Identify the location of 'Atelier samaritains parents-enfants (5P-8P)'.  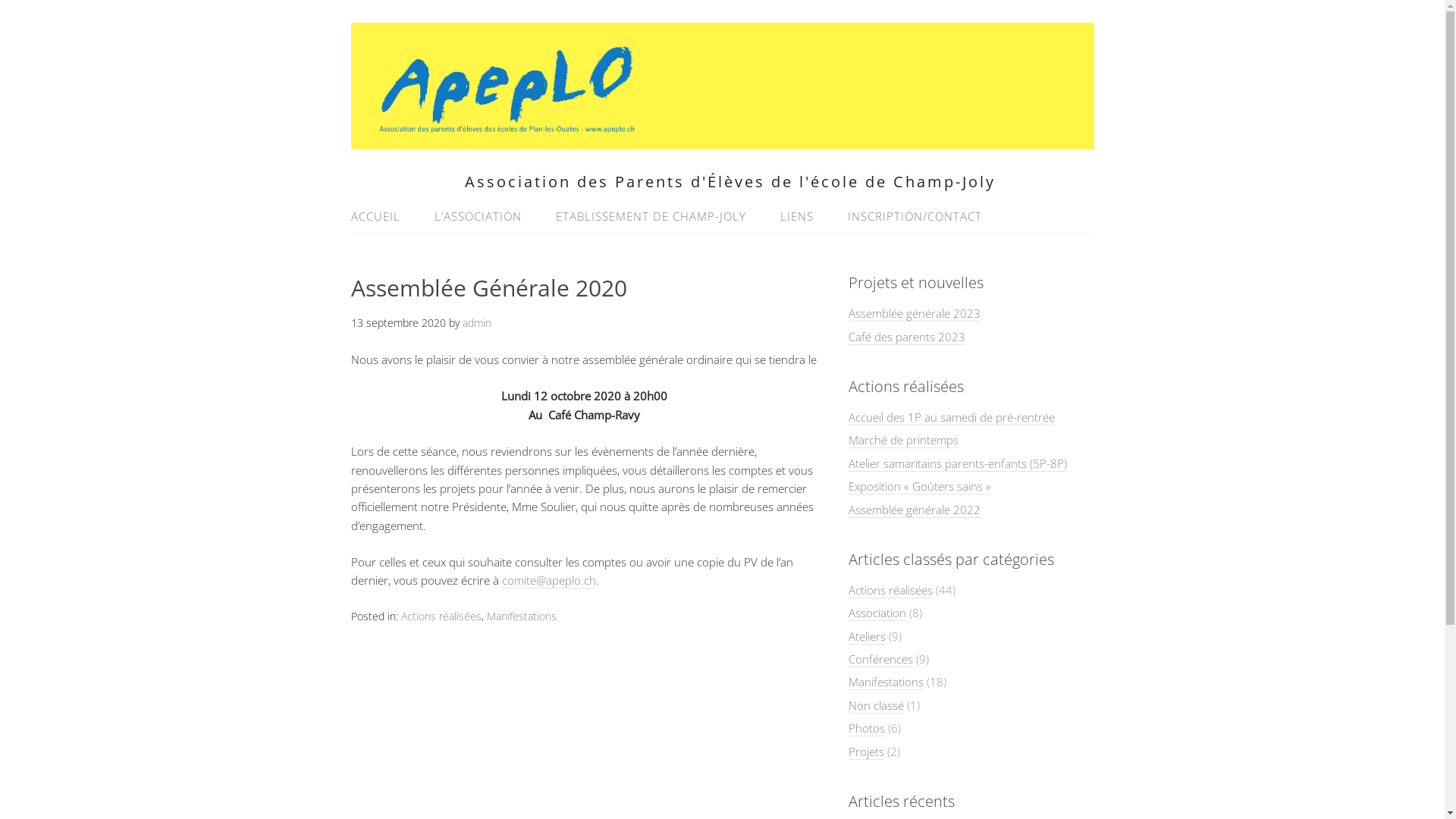
(956, 463).